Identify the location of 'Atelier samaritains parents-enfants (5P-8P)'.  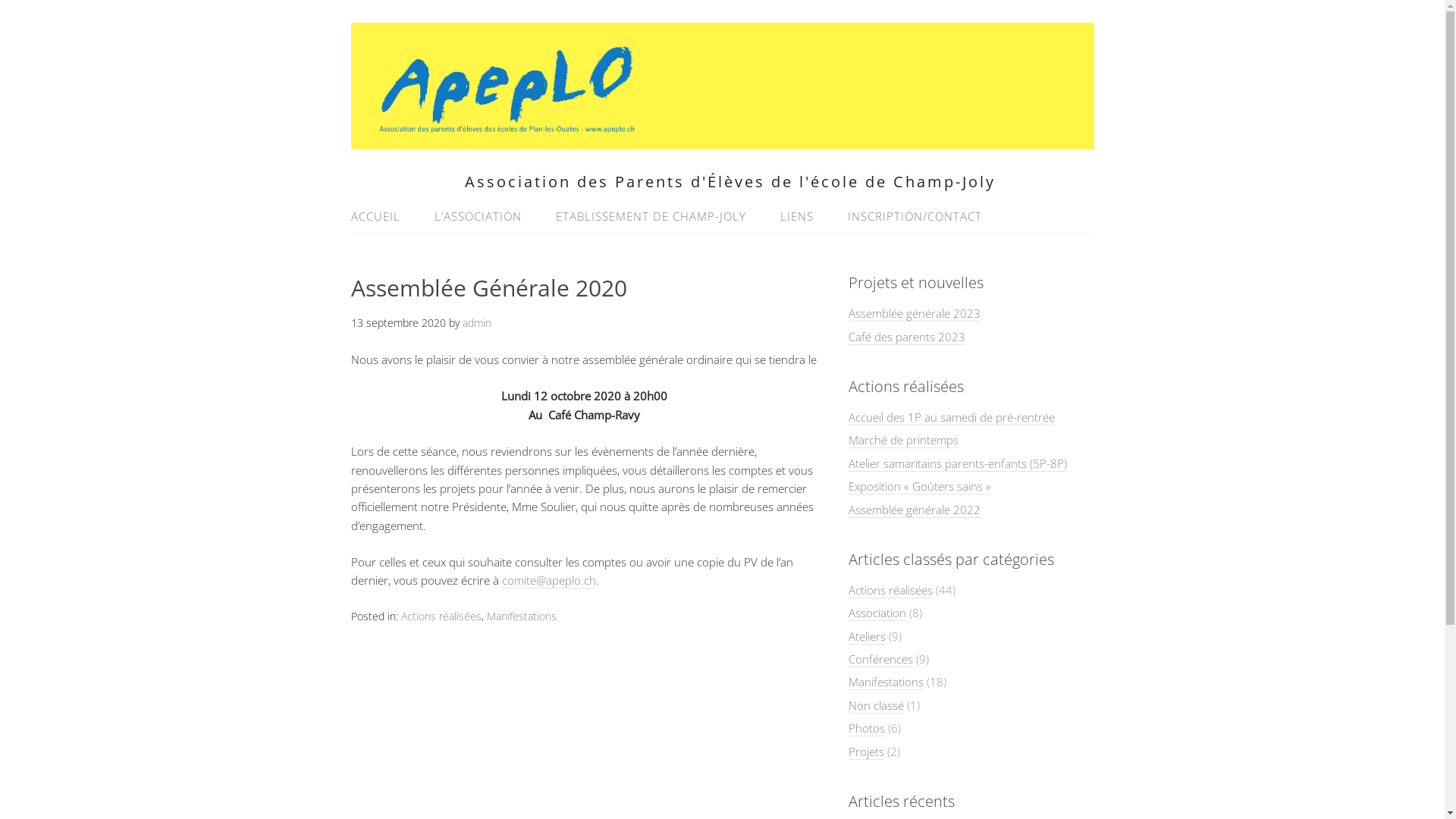
(956, 463).